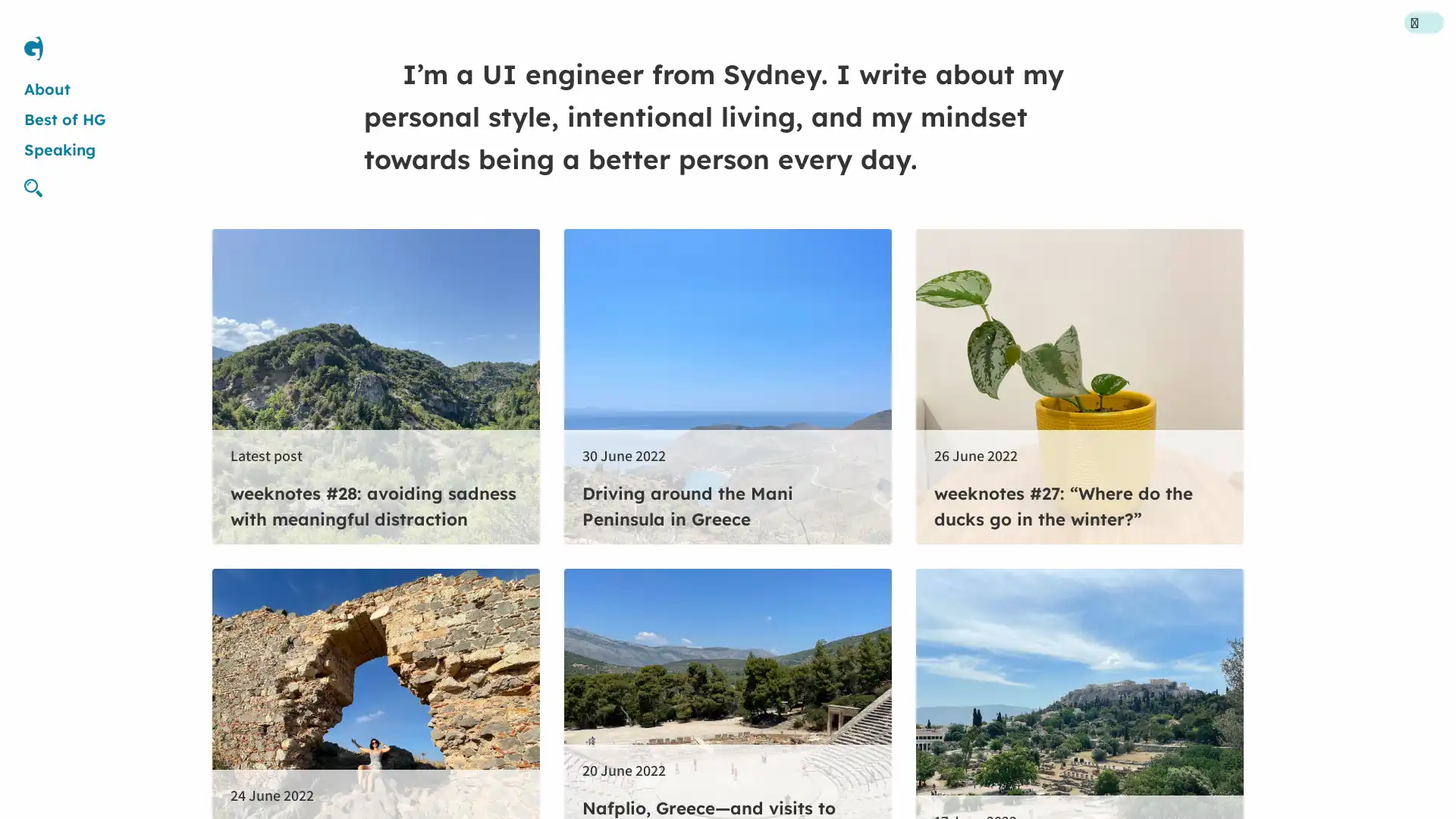 This screenshot has height=819, width=1456. Describe the element at coordinates (862, 408) in the screenshot. I see `Search` at that location.